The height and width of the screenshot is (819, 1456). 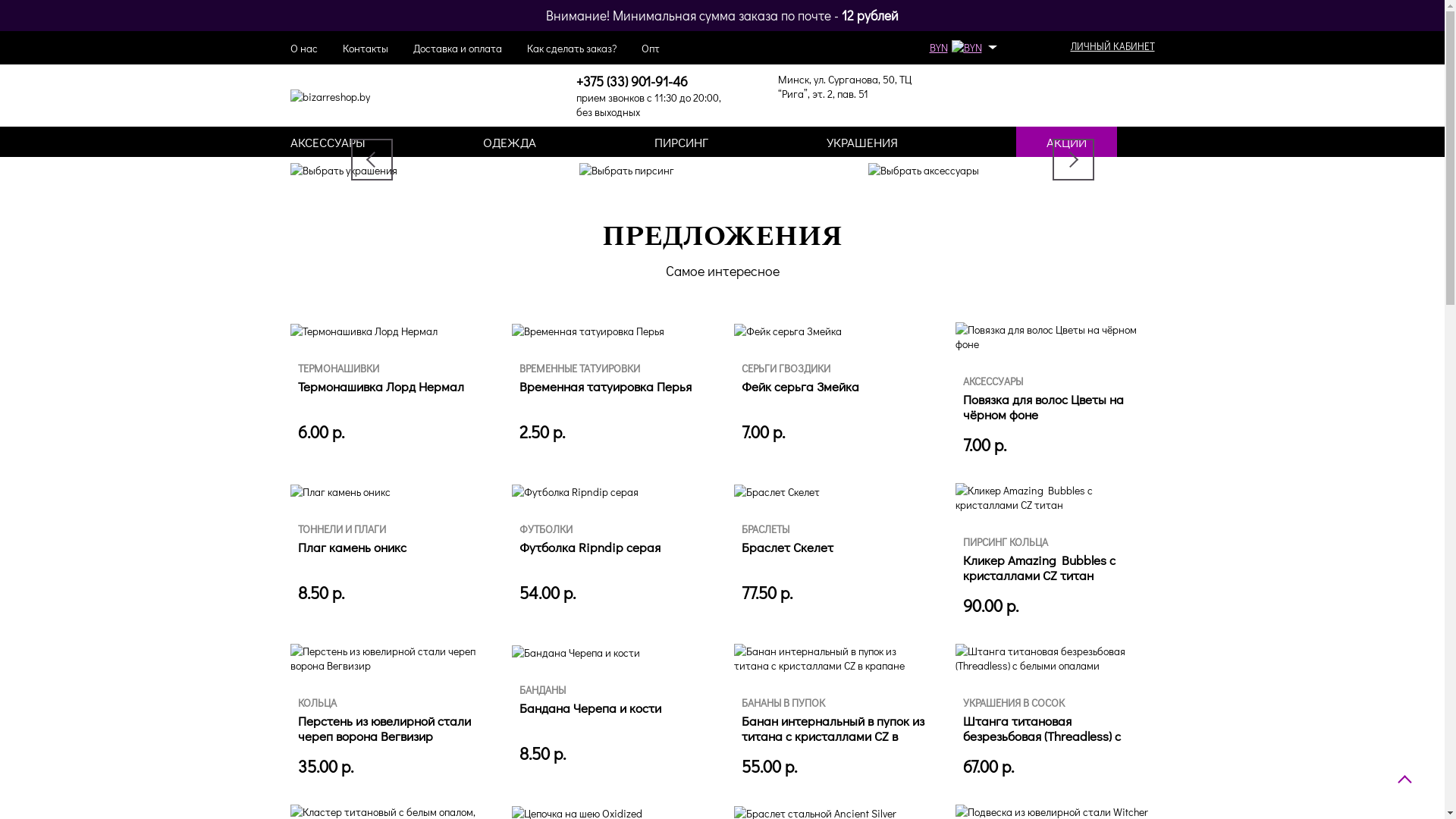 I want to click on '+375 (33) 901-91-46', so click(x=632, y=81).